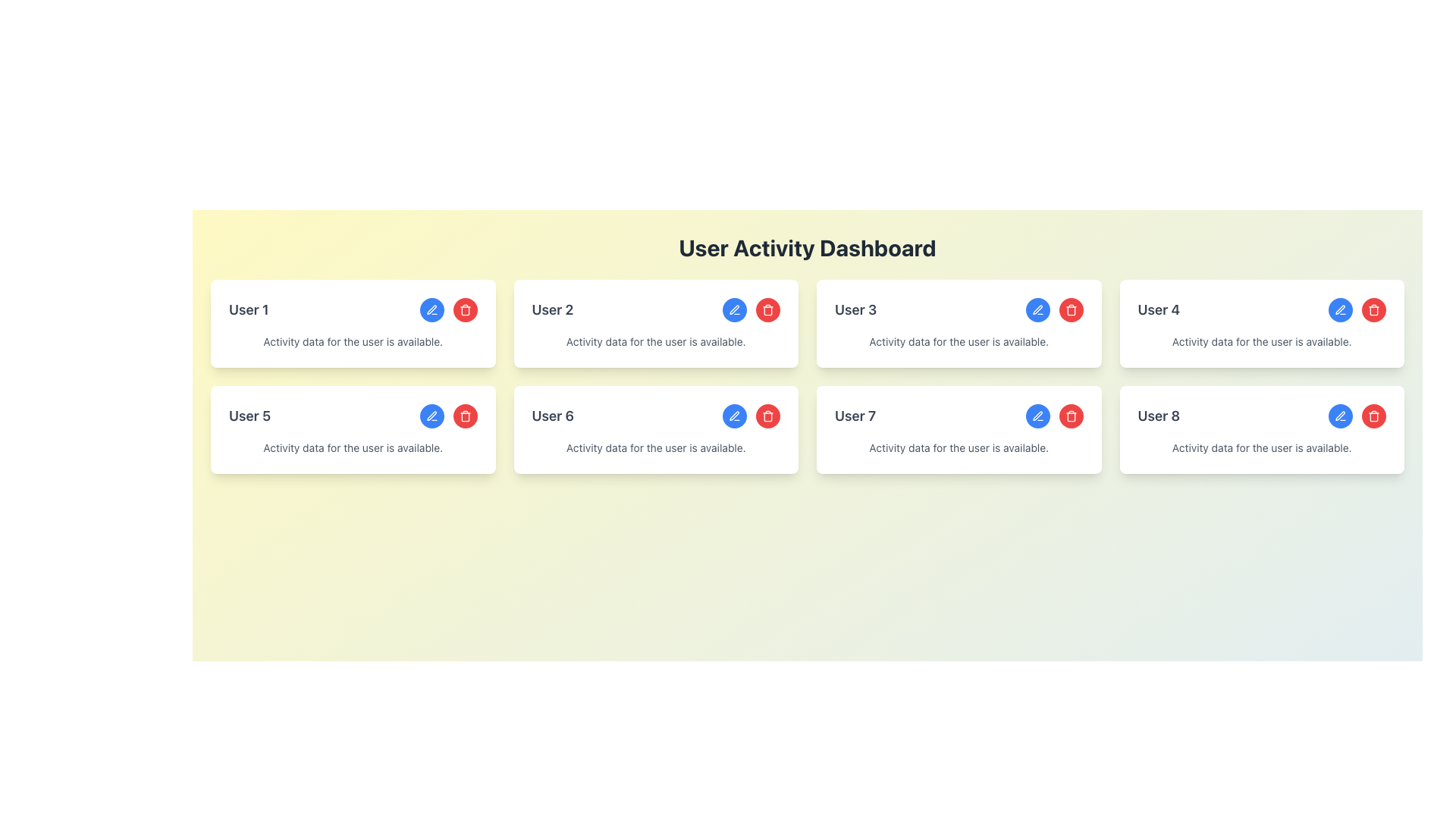  What do you see at coordinates (767, 309) in the screenshot?
I see `the trash bin icon located` at bounding box center [767, 309].